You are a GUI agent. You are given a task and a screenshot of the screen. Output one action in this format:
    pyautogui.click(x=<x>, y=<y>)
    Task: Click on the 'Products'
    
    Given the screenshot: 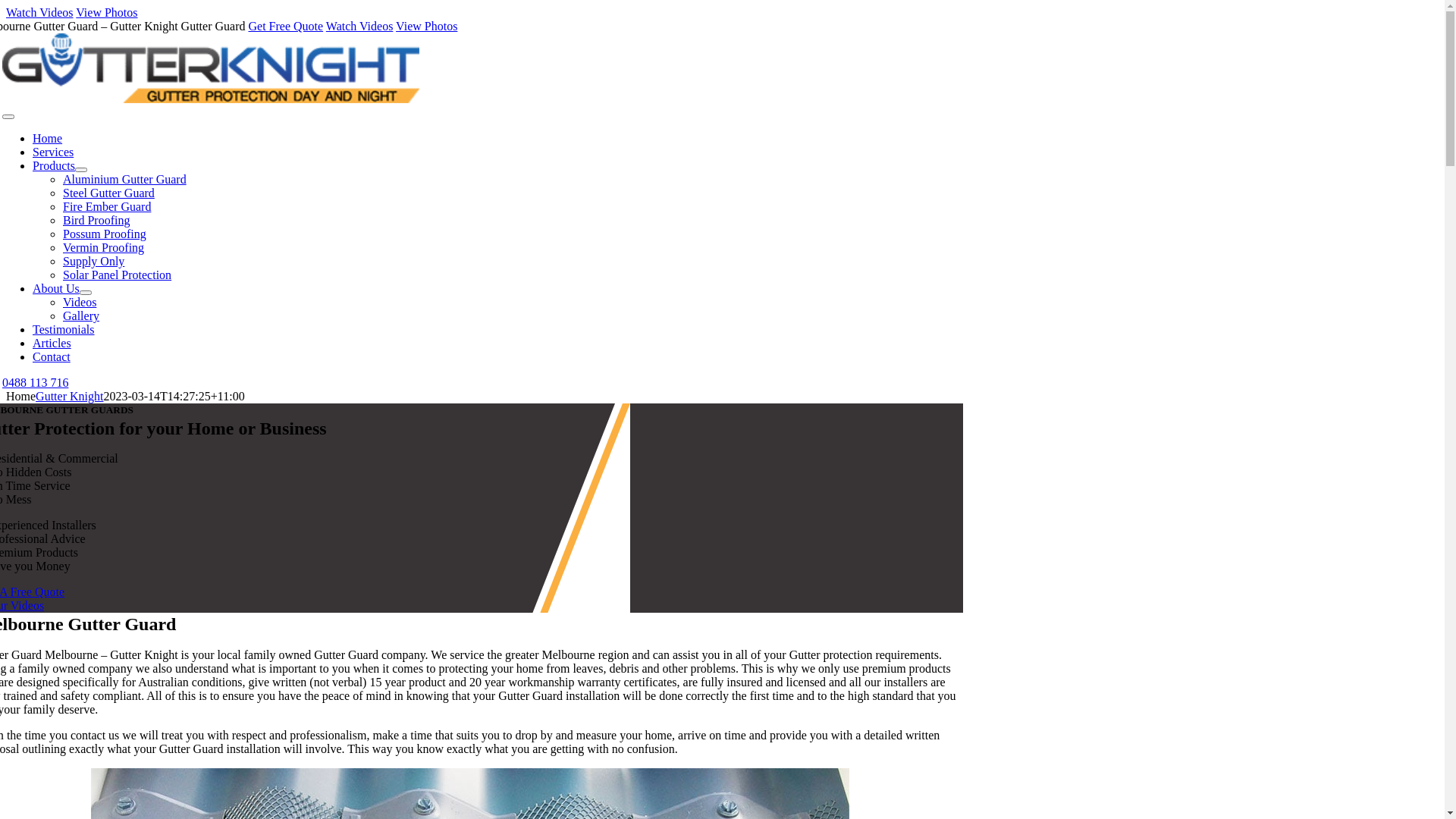 What is the action you would take?
    pyautogui.click(x=54, y=165)
    